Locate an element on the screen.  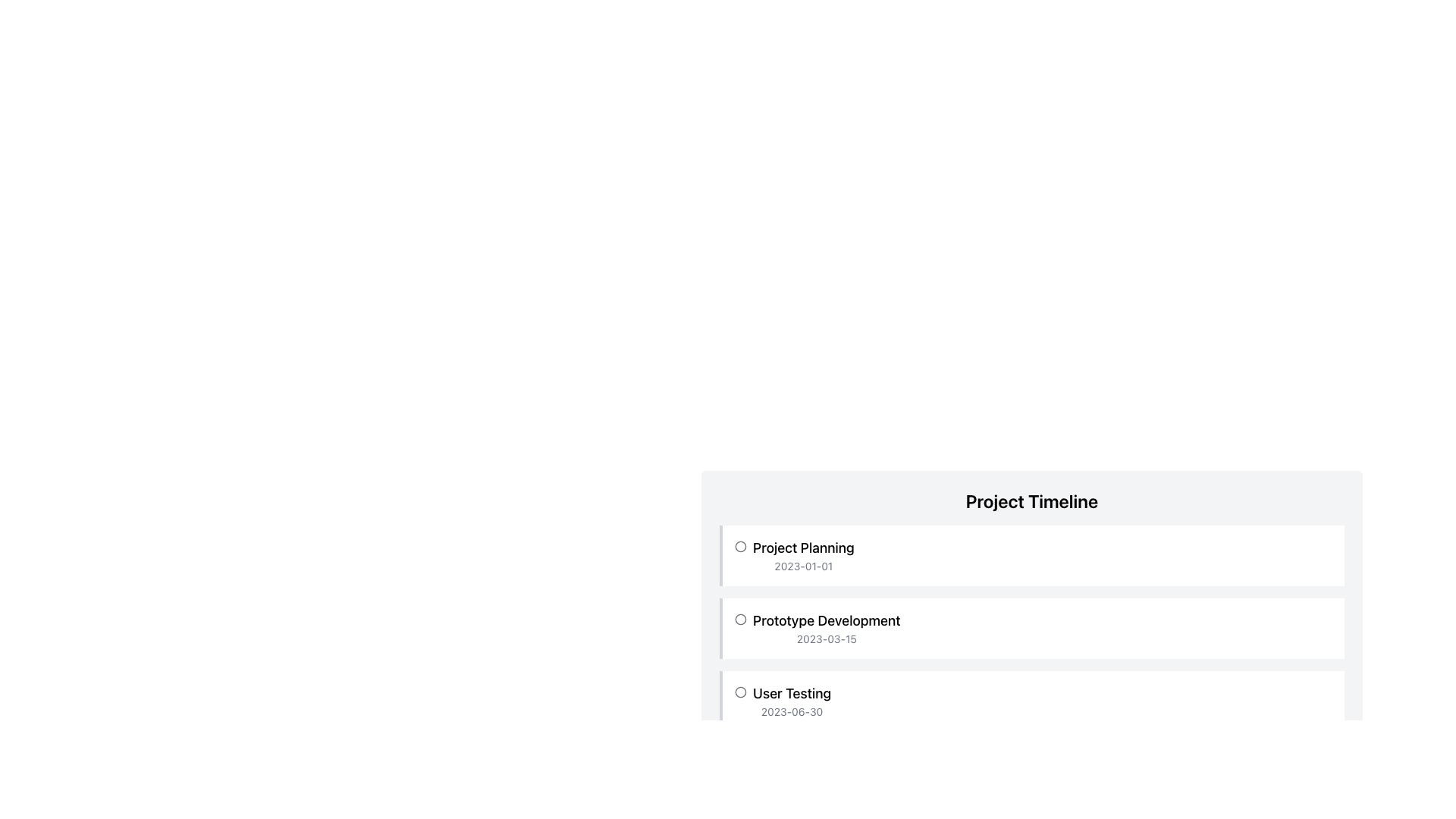
graphical marker indicating the timeline position for 'User Testing', which is positioned to the left of the text block displaying 'User Testing' and '2023-06-30' is located at coordinates (741, 701).